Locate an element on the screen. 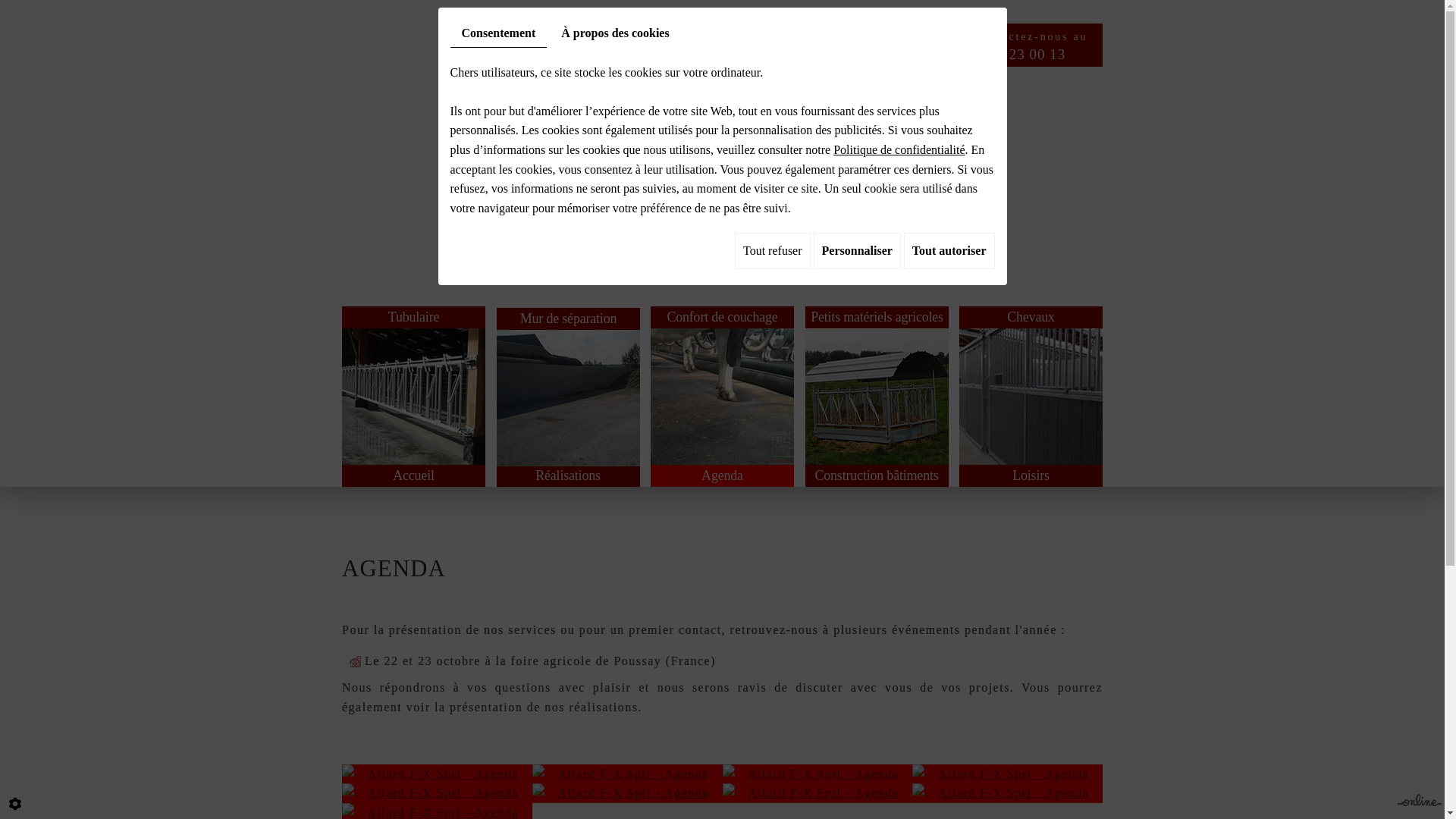  'Tout autoriser' is located at coordinates (949, 250).